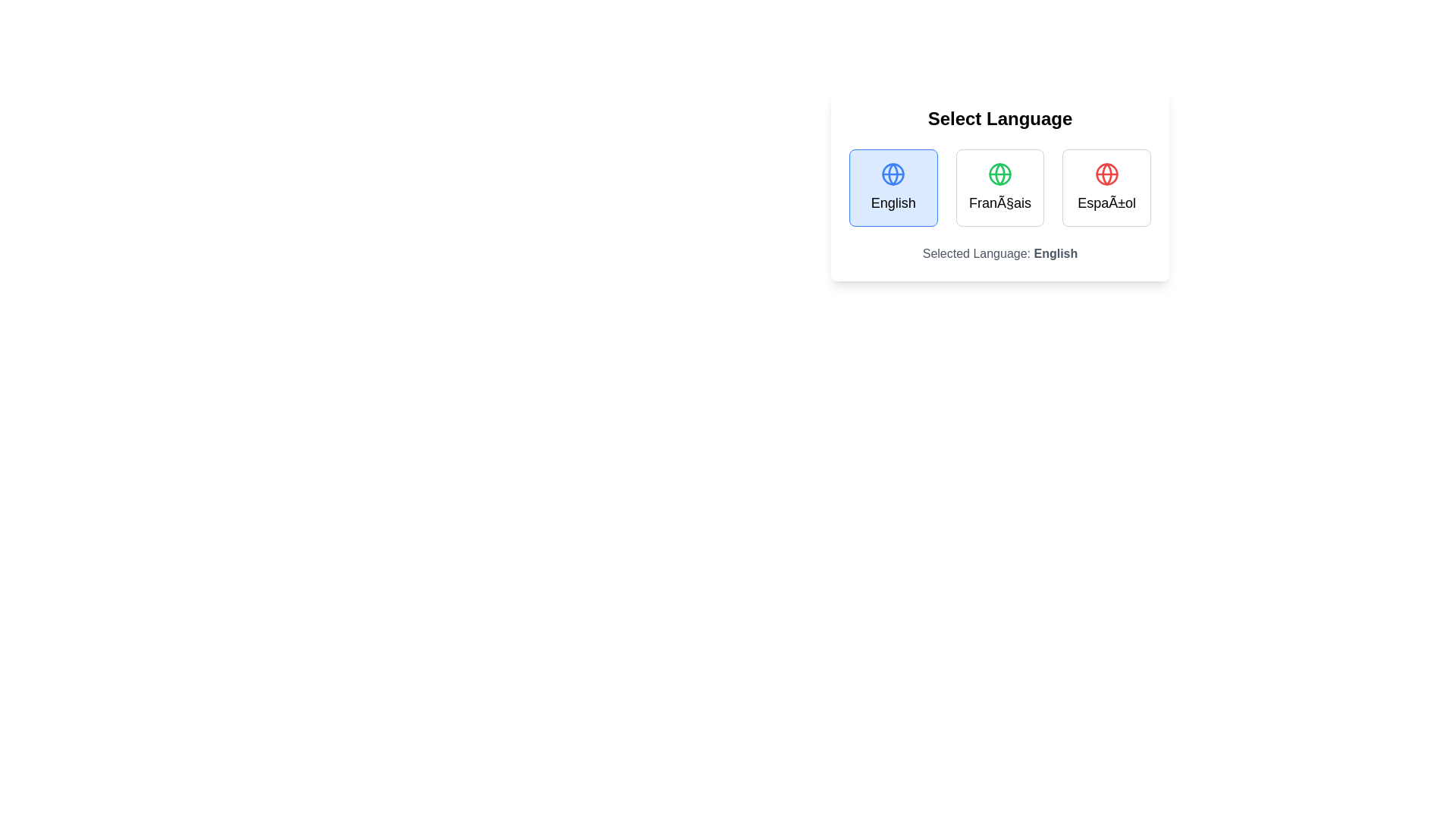 Image resolution: width=1456 pixels, height=819 pixels. I want to click on the language English by clicking on its corresponding button, so click(893, 187).